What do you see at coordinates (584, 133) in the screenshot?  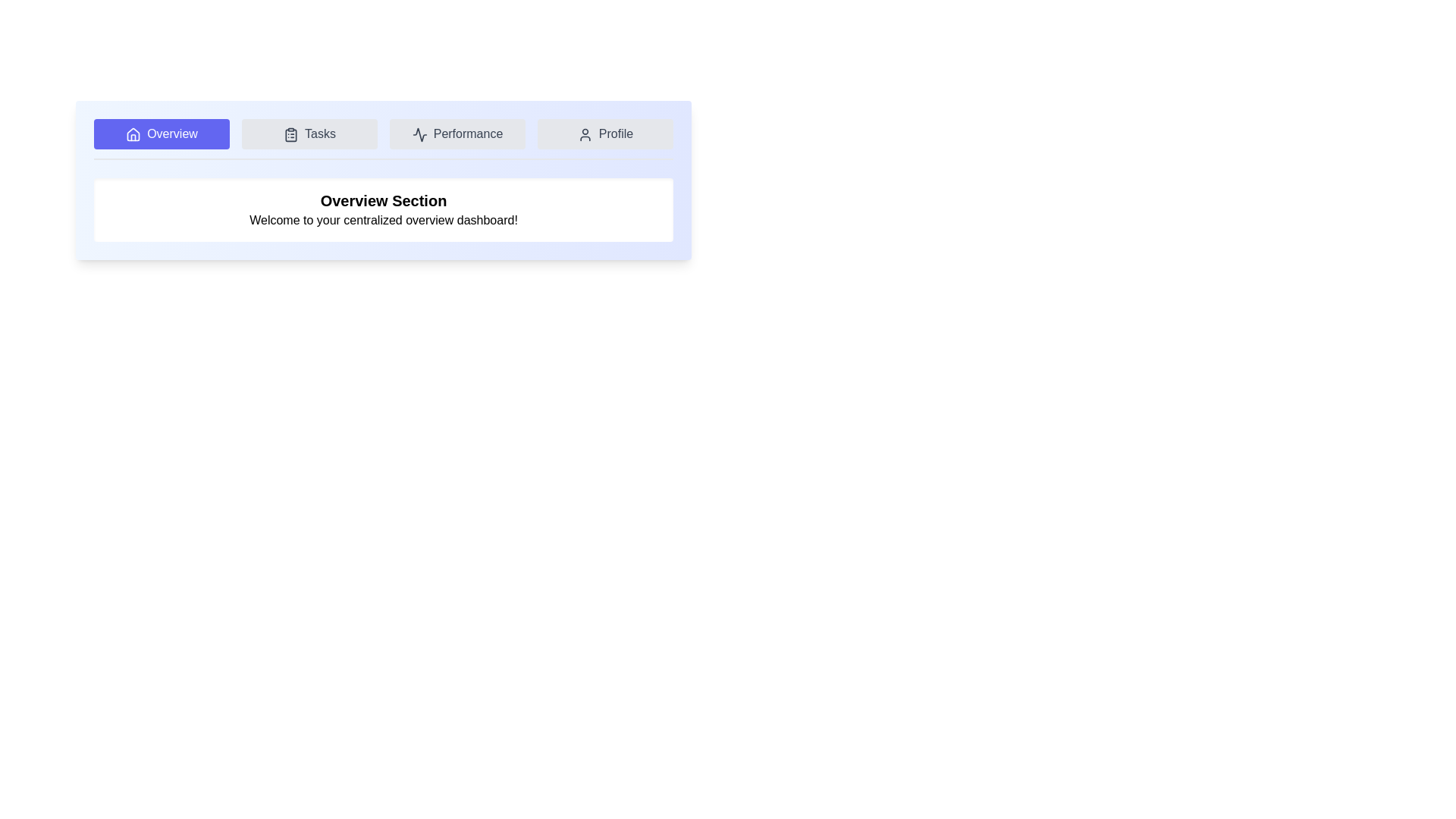 I see `the decorative icon located to the left of the 'Profile' text label in the fourth tab of the top navigation bar, reinforcing the purpose of the 'Profile' button` at bounding box center [584, 133].